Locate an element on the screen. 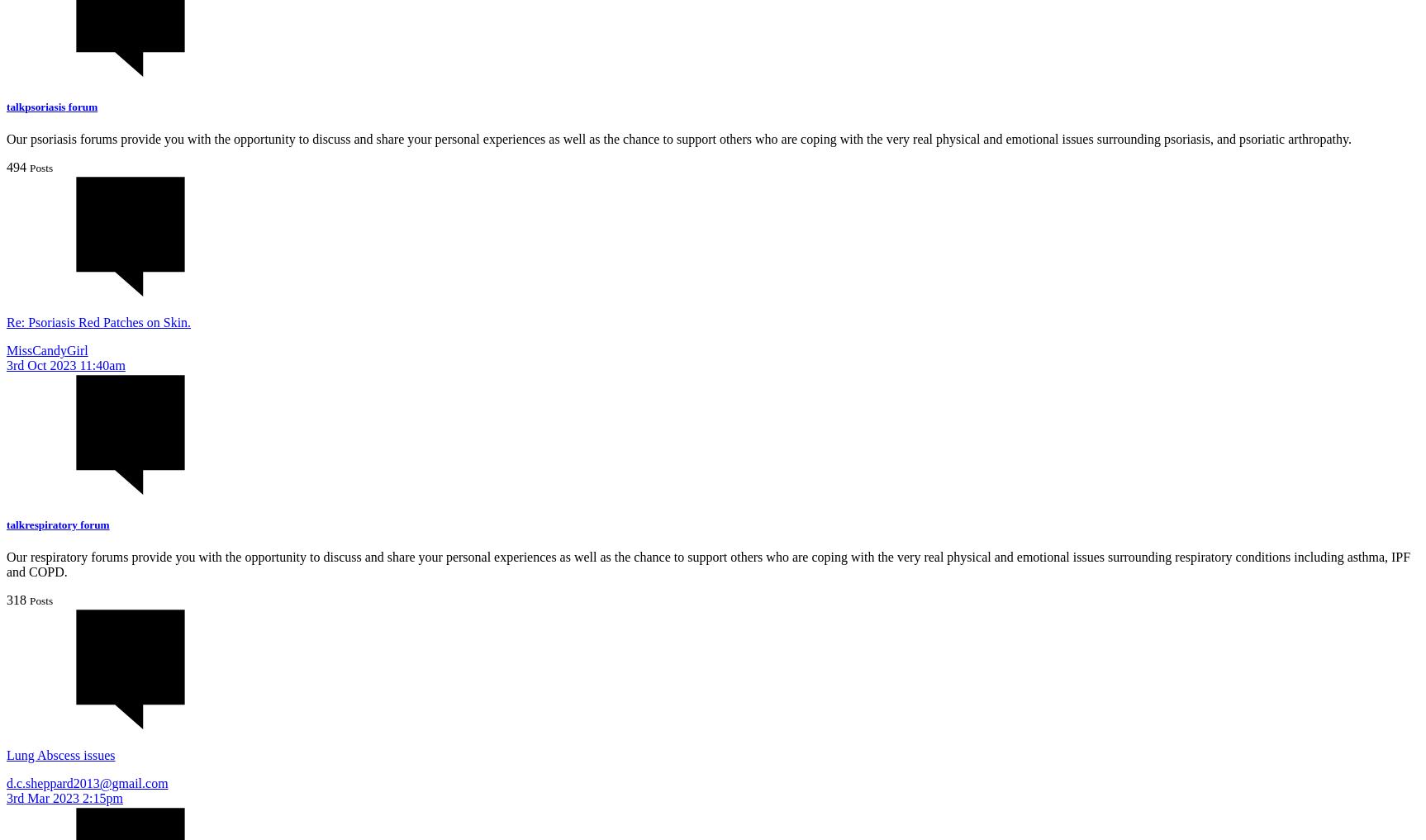  'MissCandyGirl' is located at coordinates (6, 349).